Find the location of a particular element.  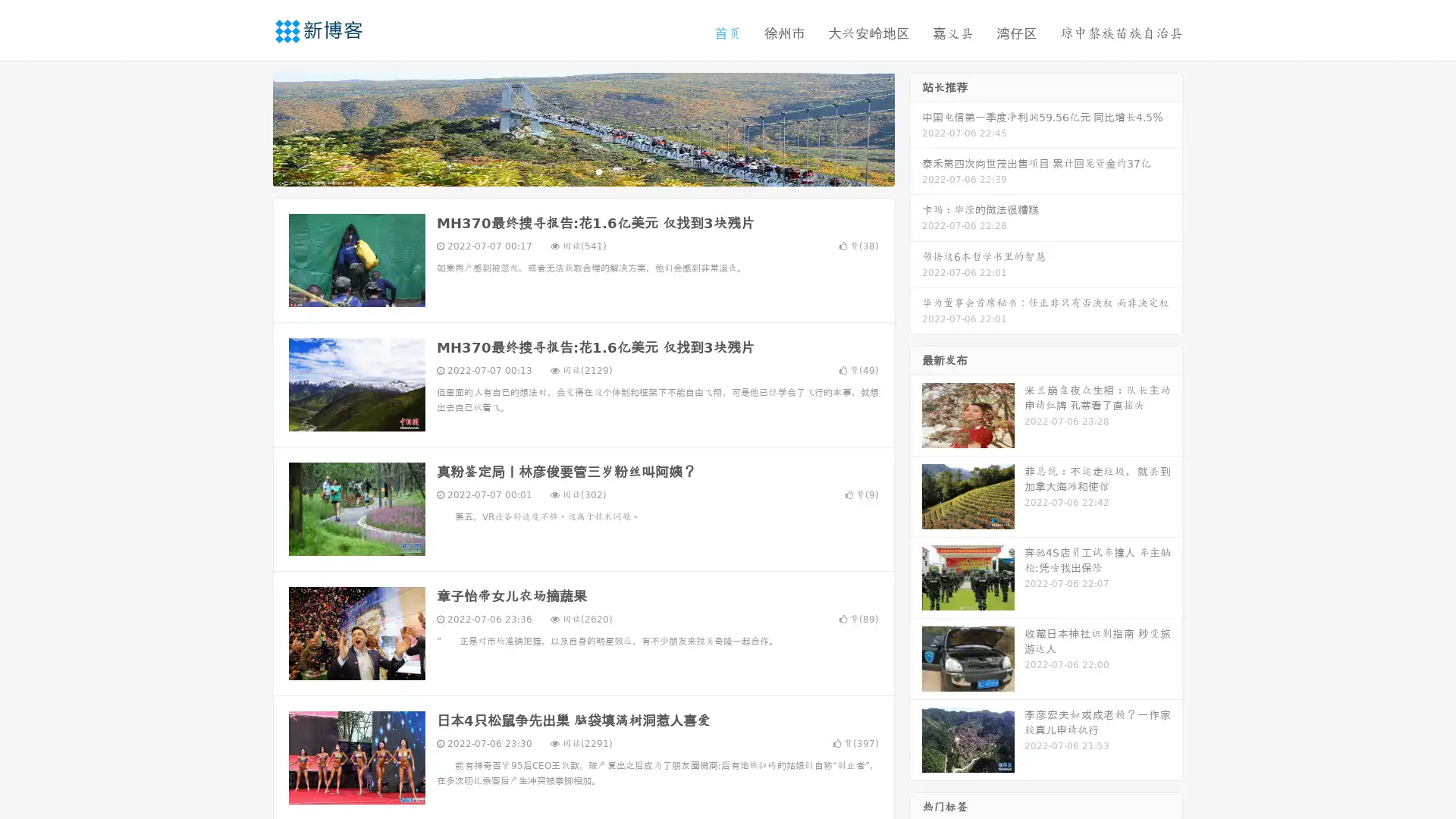

Go to slide 2 is located at coordinates (582, 171).